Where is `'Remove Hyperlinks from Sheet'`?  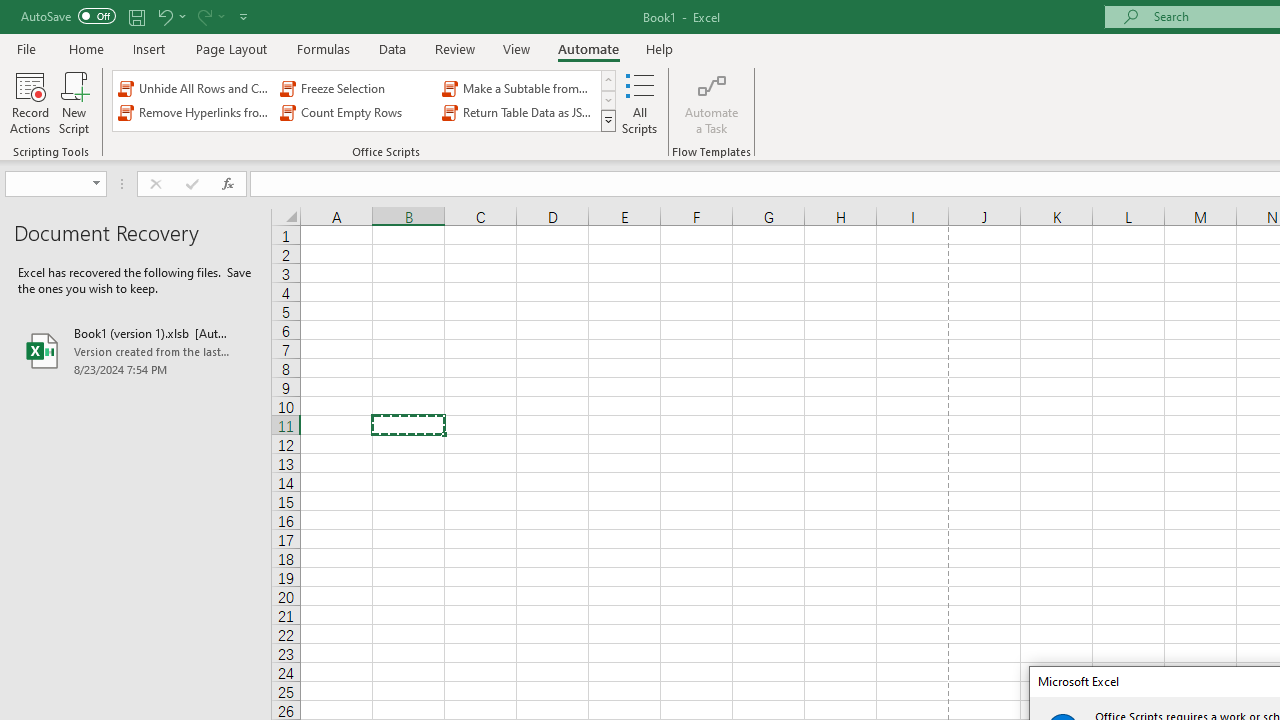 'Remove Hyperlinks from Sheet' is located at coordinates (195, 113).